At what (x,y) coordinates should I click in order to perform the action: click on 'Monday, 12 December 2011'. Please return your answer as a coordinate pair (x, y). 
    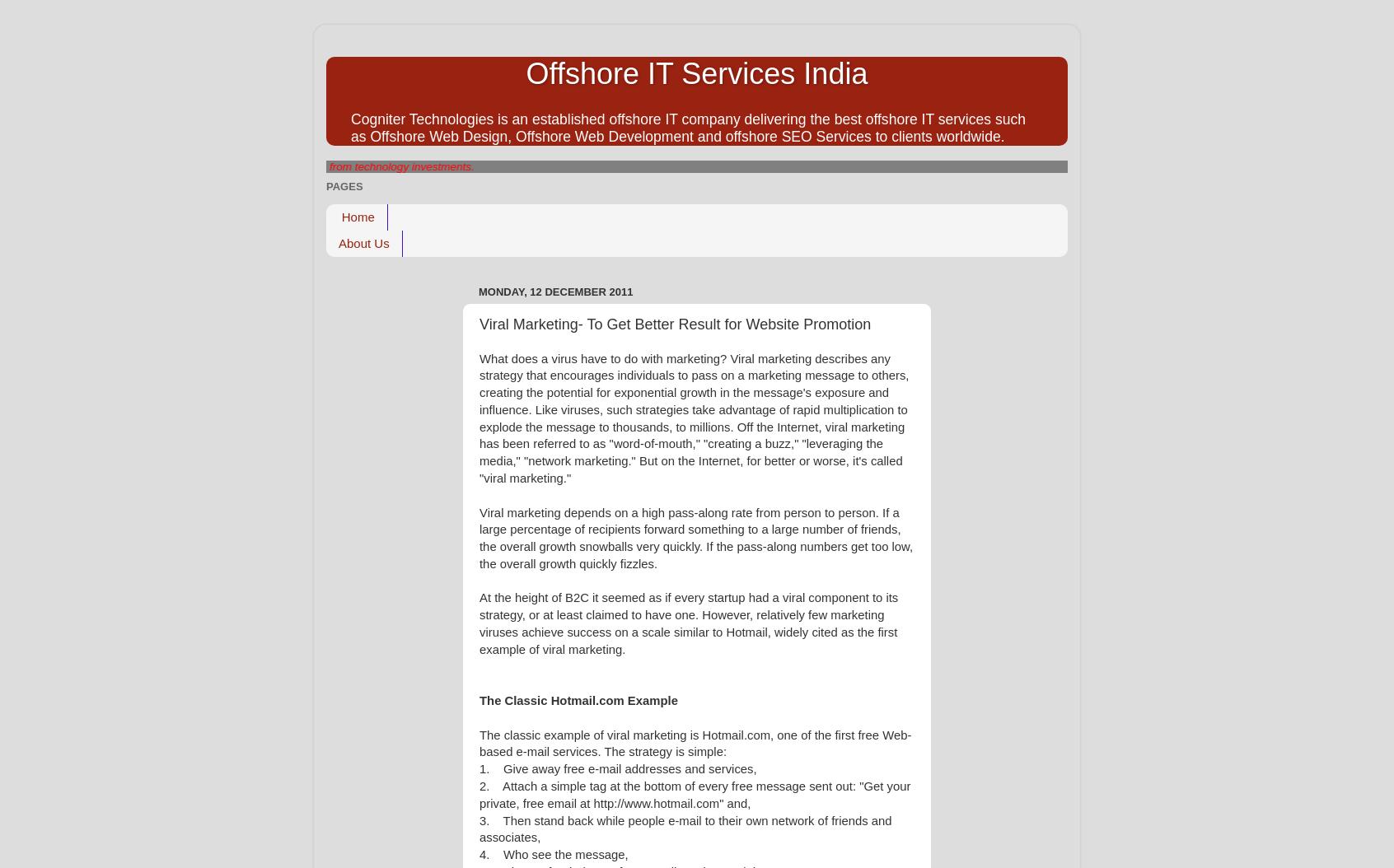
    Looking at the image, I should click on (555, 291).